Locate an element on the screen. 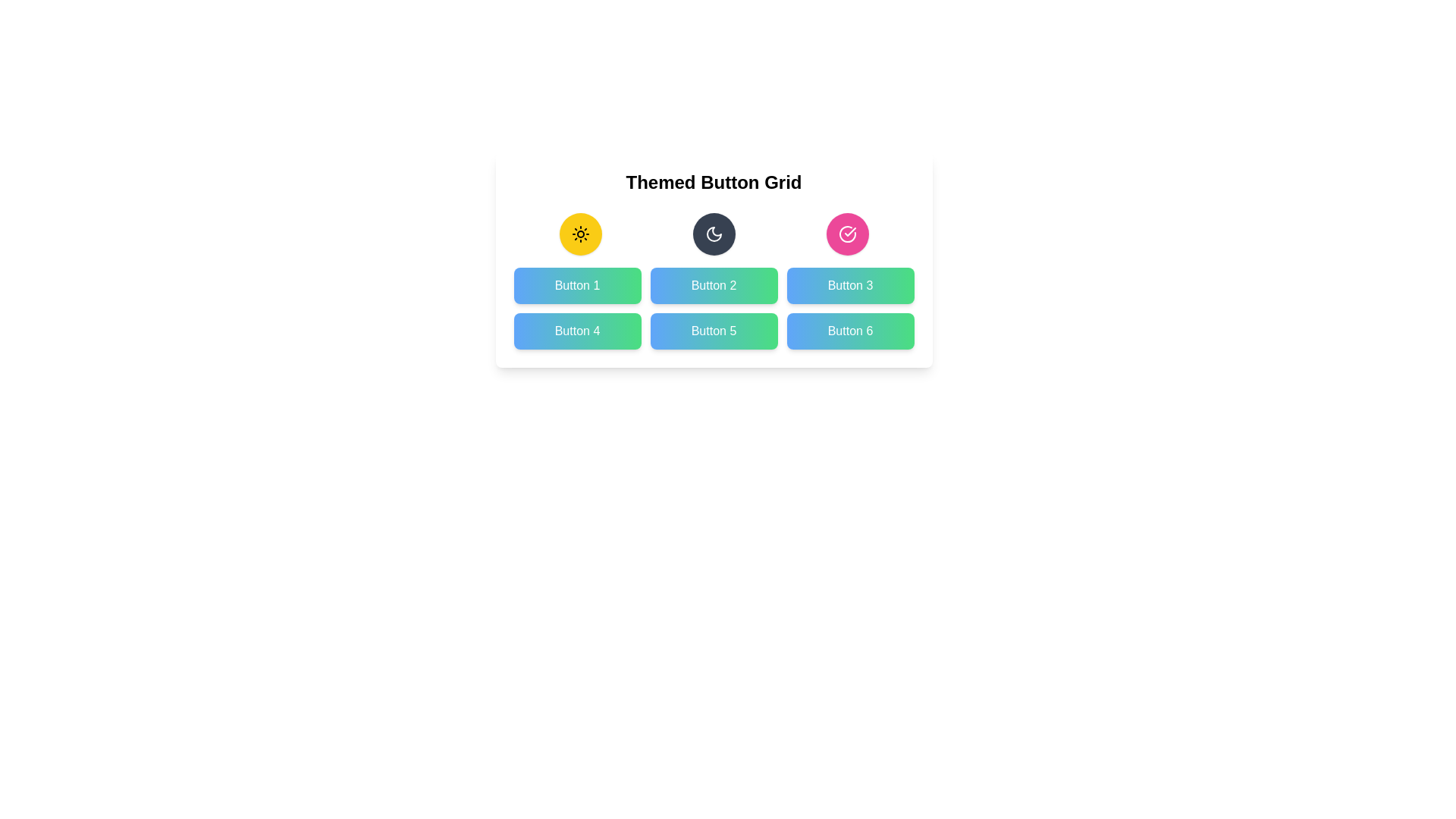 Image resolution: width=1456 pixels, height=819 pixels. the confirmation button, which is the third circular button with a checkmark icon, located to the right of the dark gray crescent moon button is located at coordinates (846, 234).